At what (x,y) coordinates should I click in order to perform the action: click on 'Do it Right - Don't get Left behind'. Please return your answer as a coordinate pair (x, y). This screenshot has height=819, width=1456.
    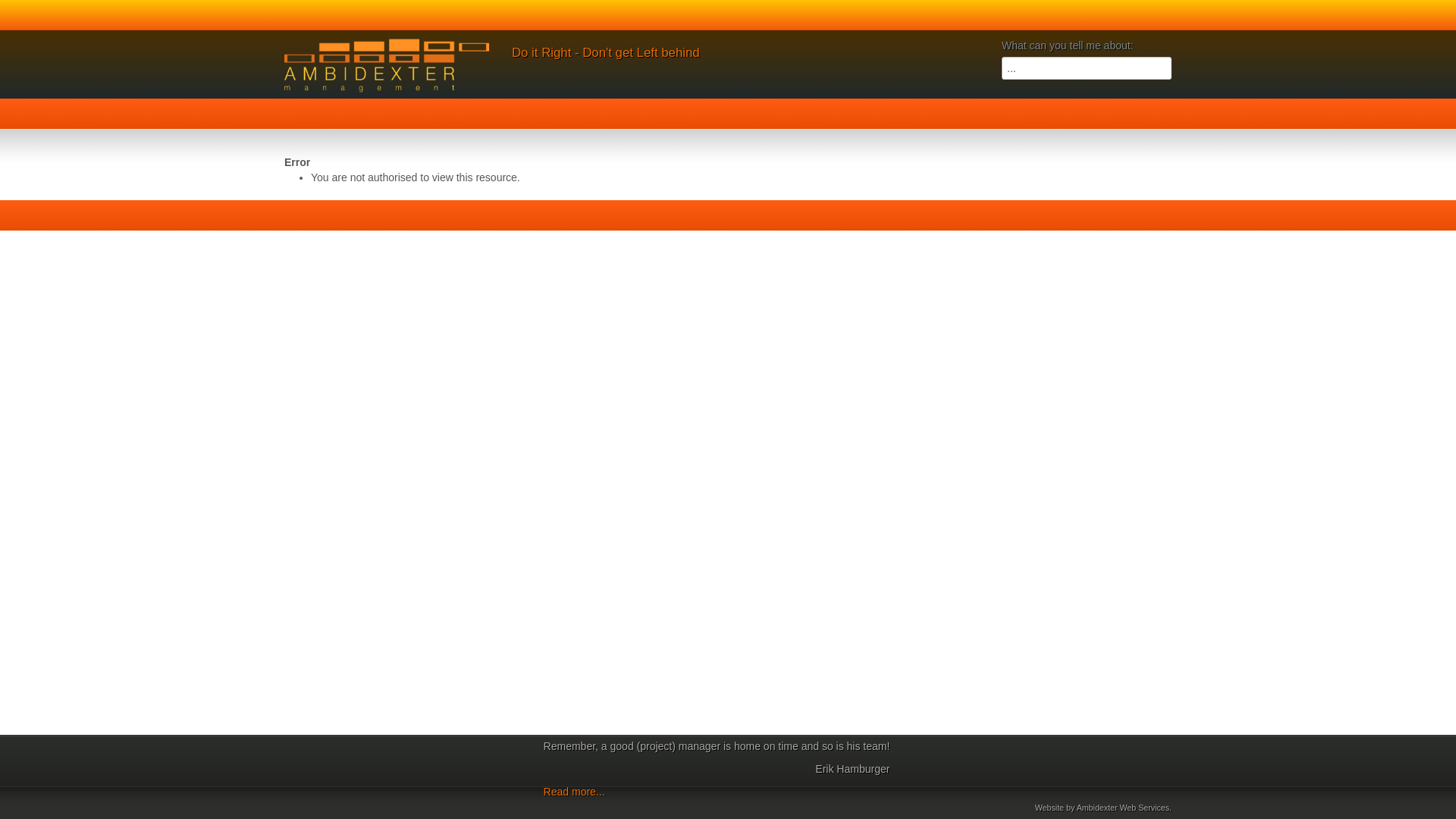
    Looking at the image, I should click on (604, 52).